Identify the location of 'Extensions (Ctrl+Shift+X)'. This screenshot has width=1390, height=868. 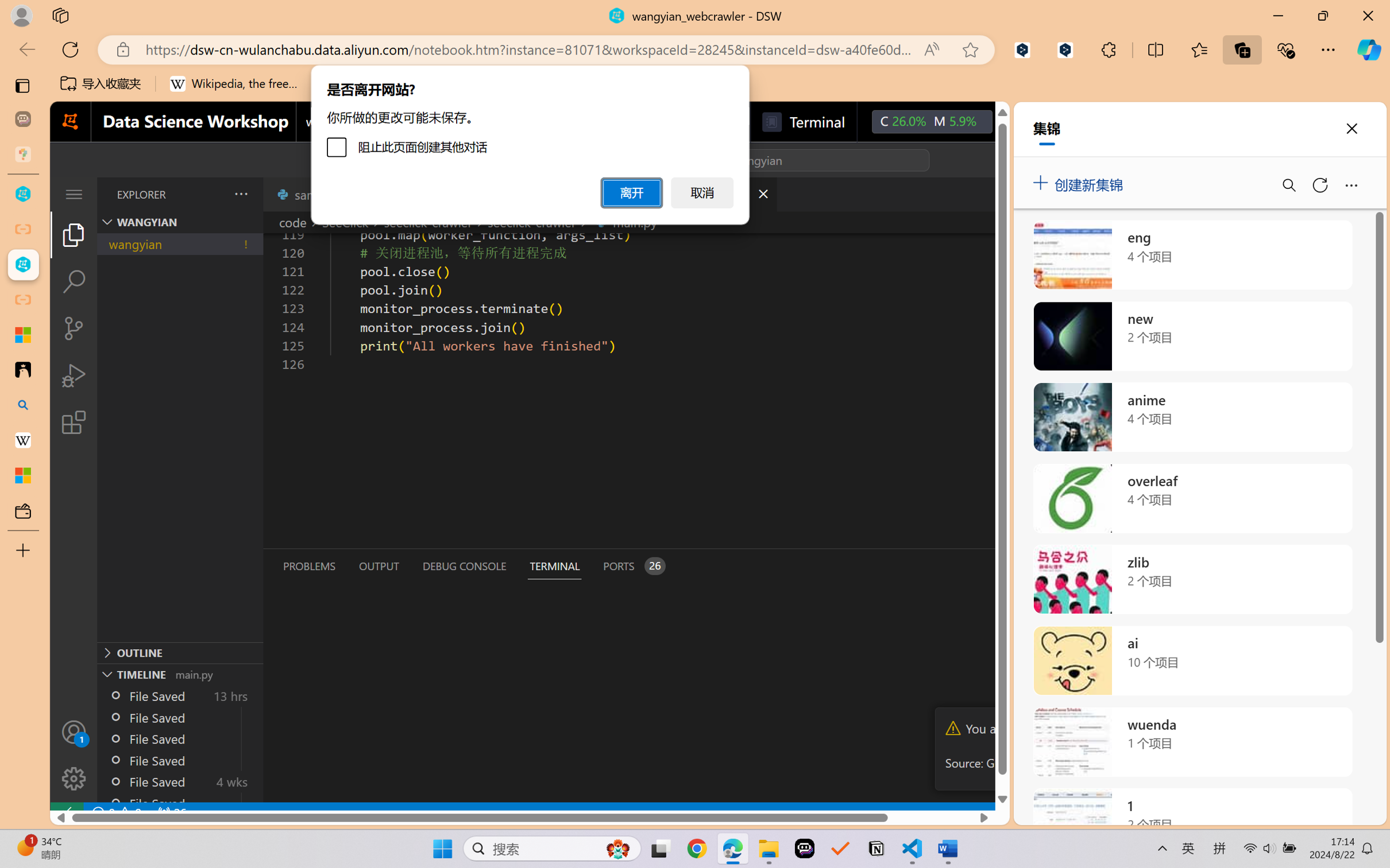
(73, 422).